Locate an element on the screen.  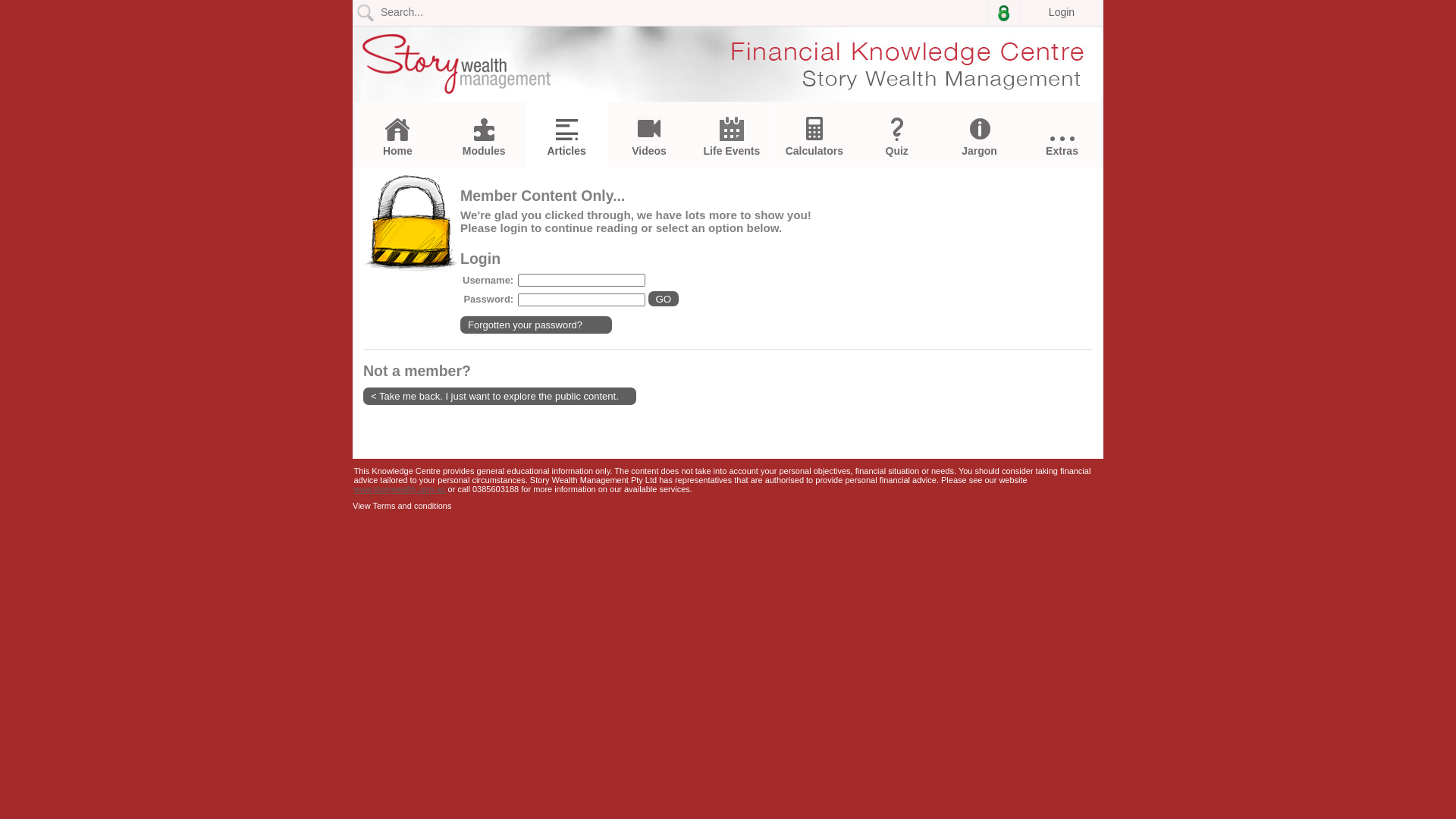
'Quiz' is located at coordinates (896, 137).